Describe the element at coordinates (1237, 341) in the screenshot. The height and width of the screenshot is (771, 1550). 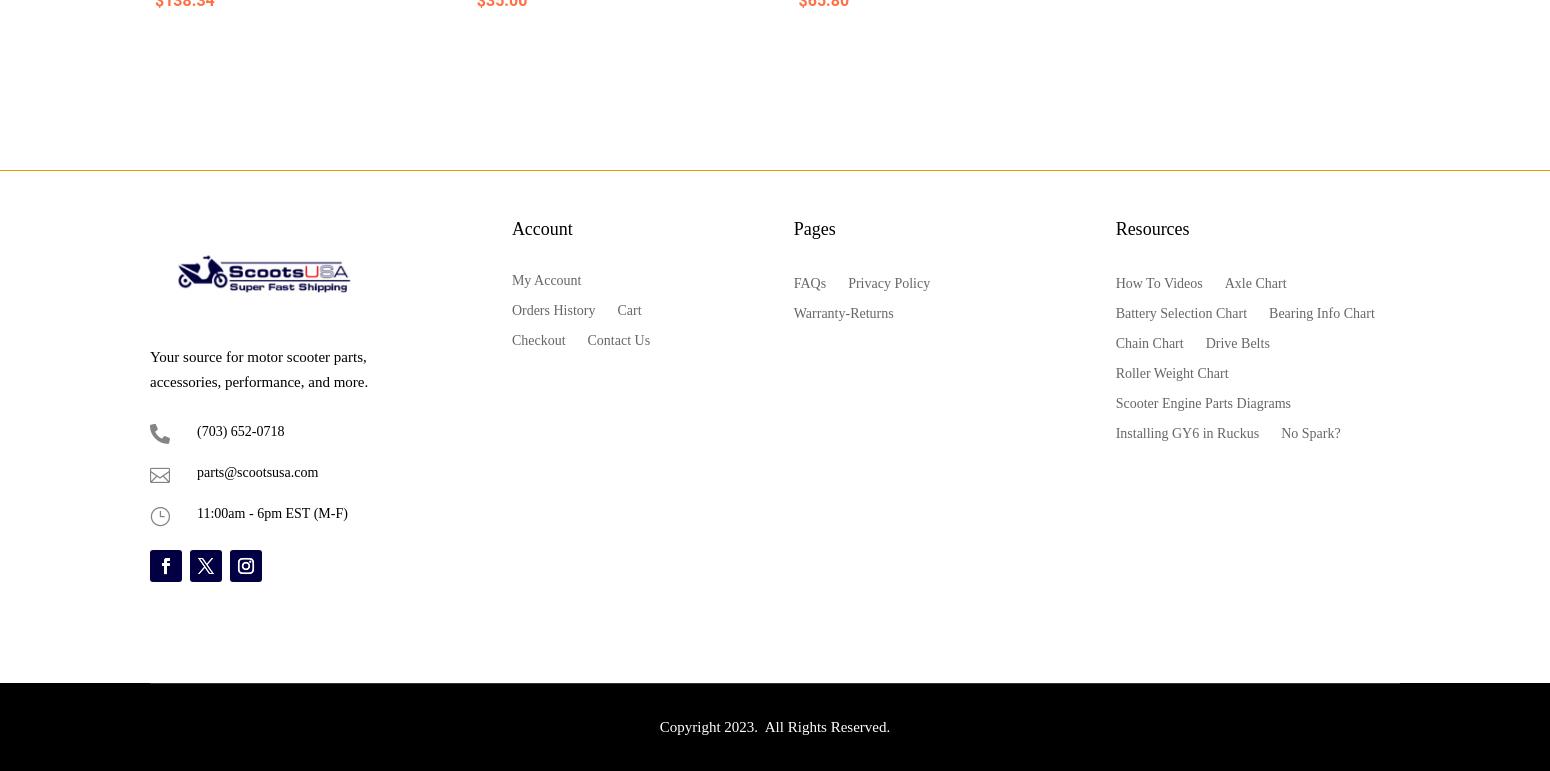
I see `'Drive Belts'` at that location.